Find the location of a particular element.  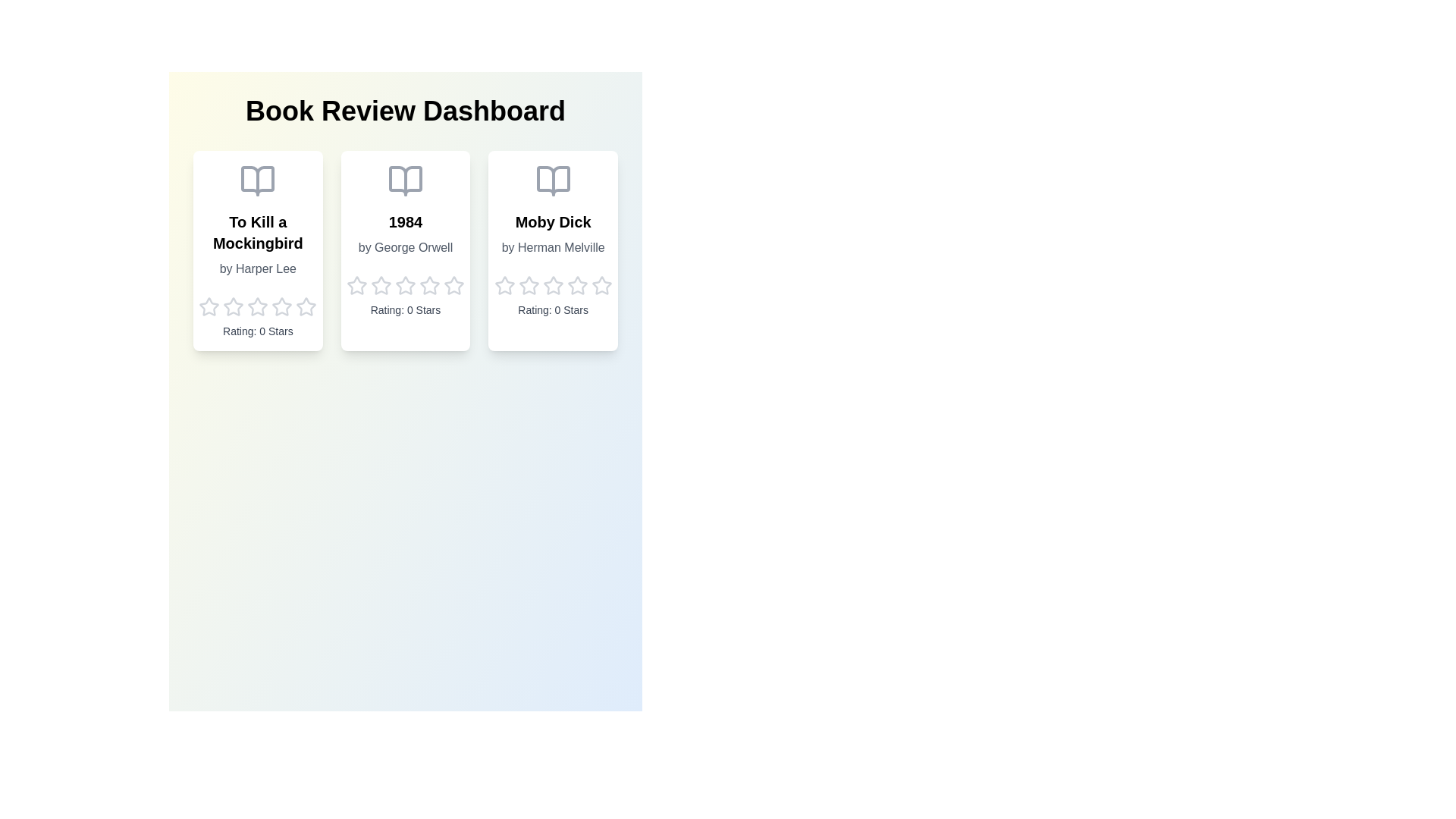

the book title To Kill a Mockingbird to select it is located at coordinates (258, 233).